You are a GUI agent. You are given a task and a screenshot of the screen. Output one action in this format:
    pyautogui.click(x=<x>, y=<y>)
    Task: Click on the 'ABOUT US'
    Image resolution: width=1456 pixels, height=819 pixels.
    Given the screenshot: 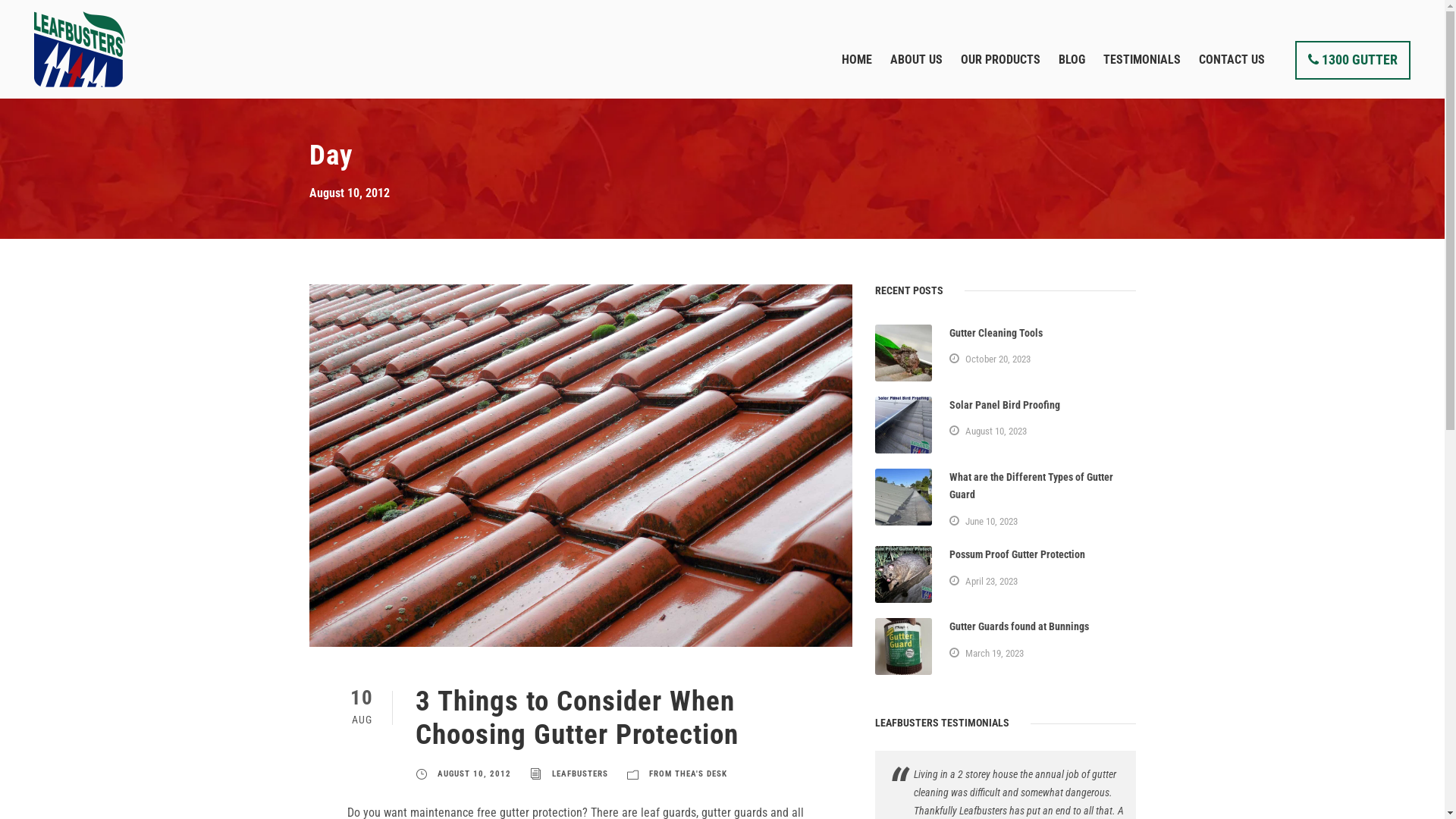 What is the action you would take?
    pyautogui.click(x=915, y=74)
    